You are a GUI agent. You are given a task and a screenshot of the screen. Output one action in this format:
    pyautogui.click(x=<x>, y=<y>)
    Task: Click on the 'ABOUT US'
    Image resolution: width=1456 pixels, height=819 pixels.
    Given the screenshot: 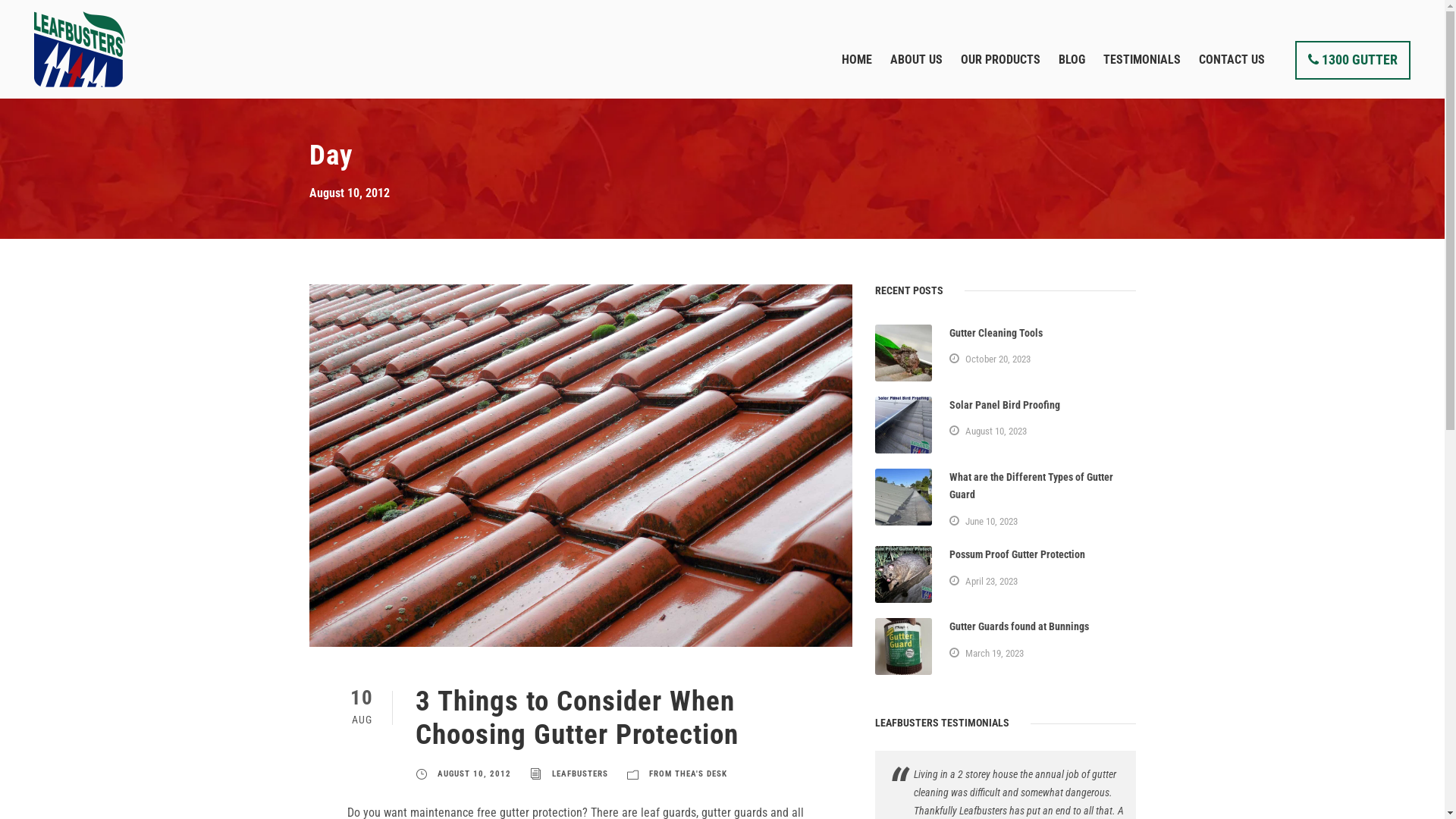 What is the action you would take?
    pyautogui.click(x=915, y=74)
    